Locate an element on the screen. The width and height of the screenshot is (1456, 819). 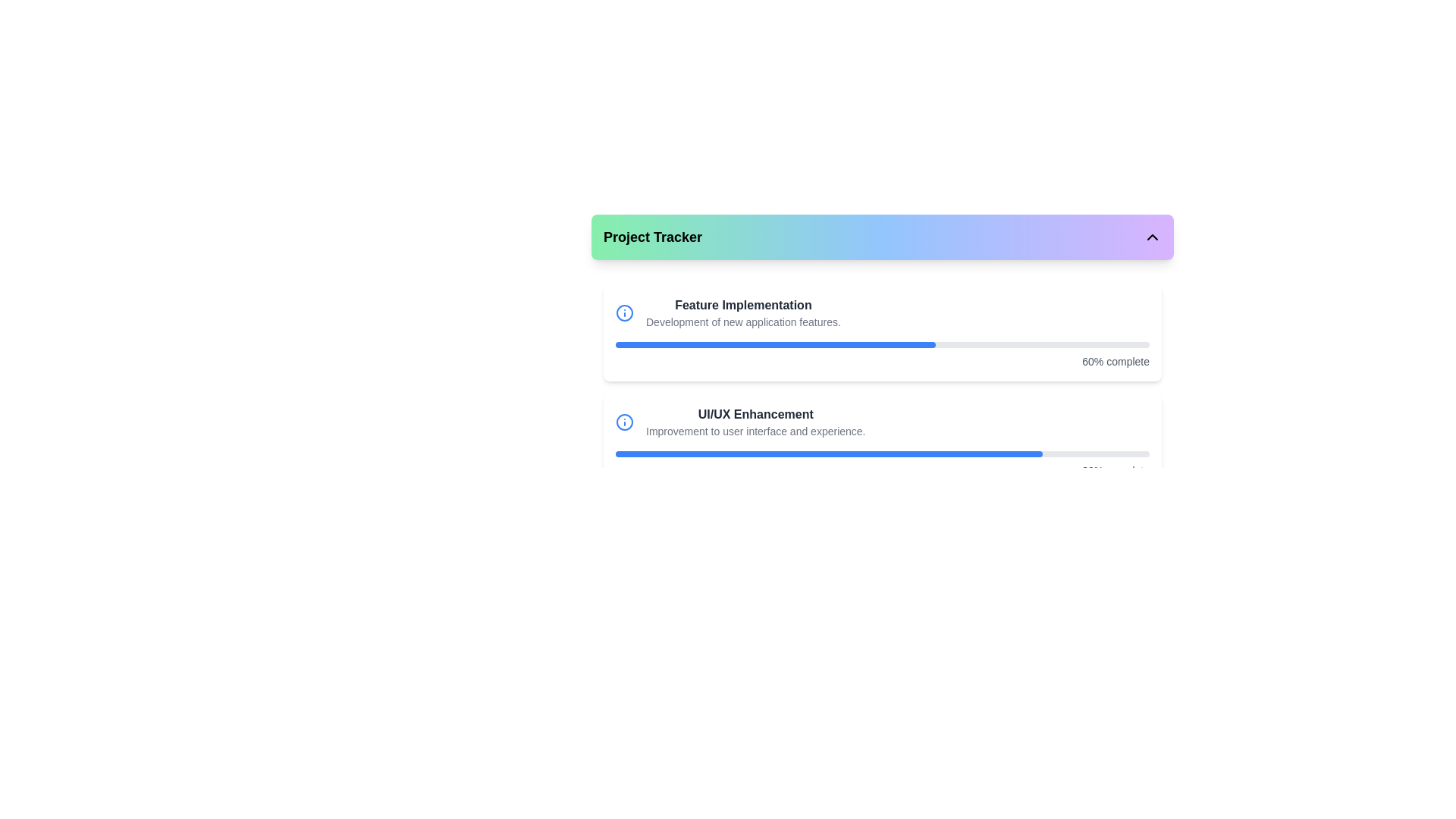
the outer circle of the information icon that precedes the text 'UI/UX Enhancement' in the project list layout is located at coordinates (625, 312).